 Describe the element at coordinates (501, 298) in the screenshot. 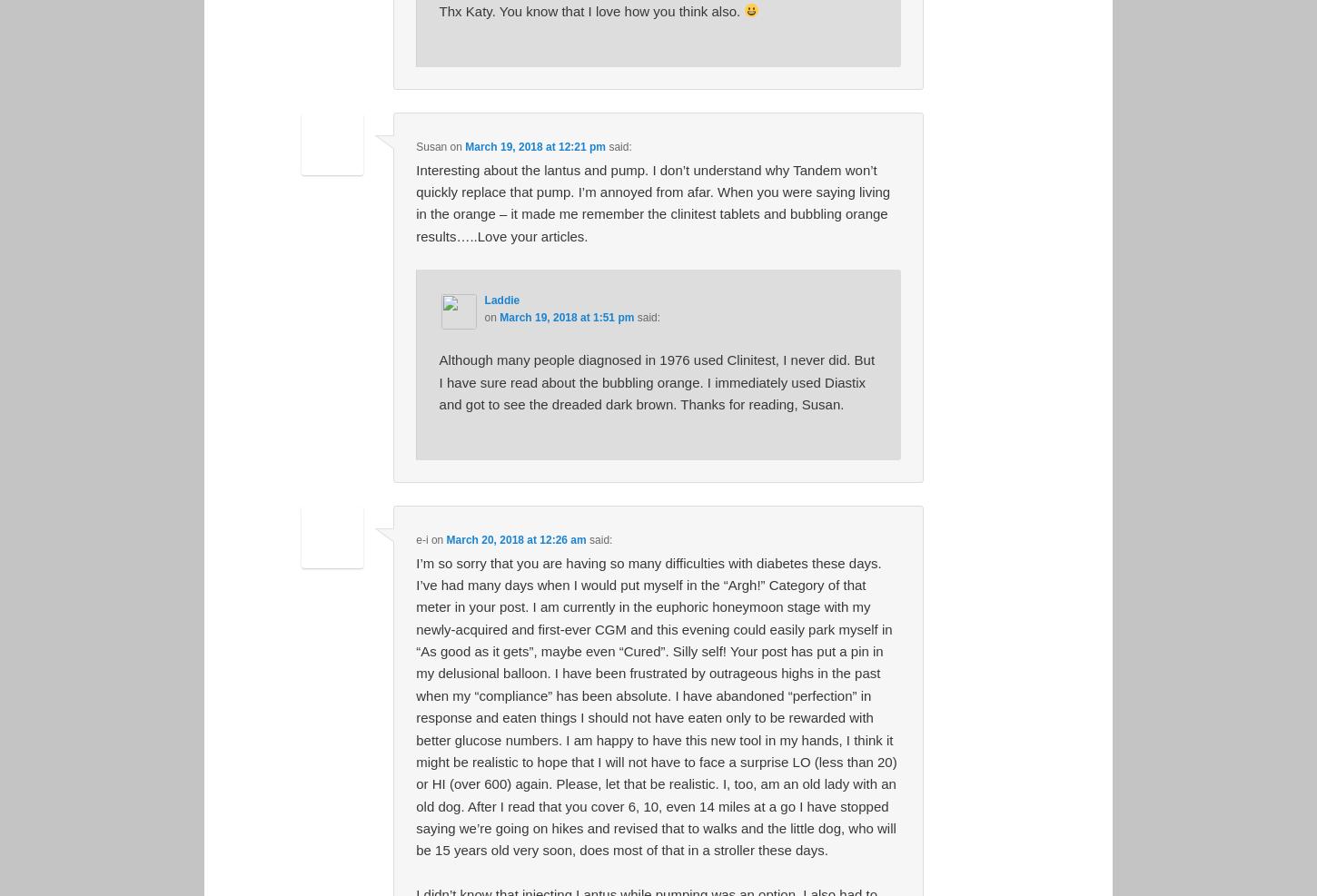

I see `'Laddie'` at that location.